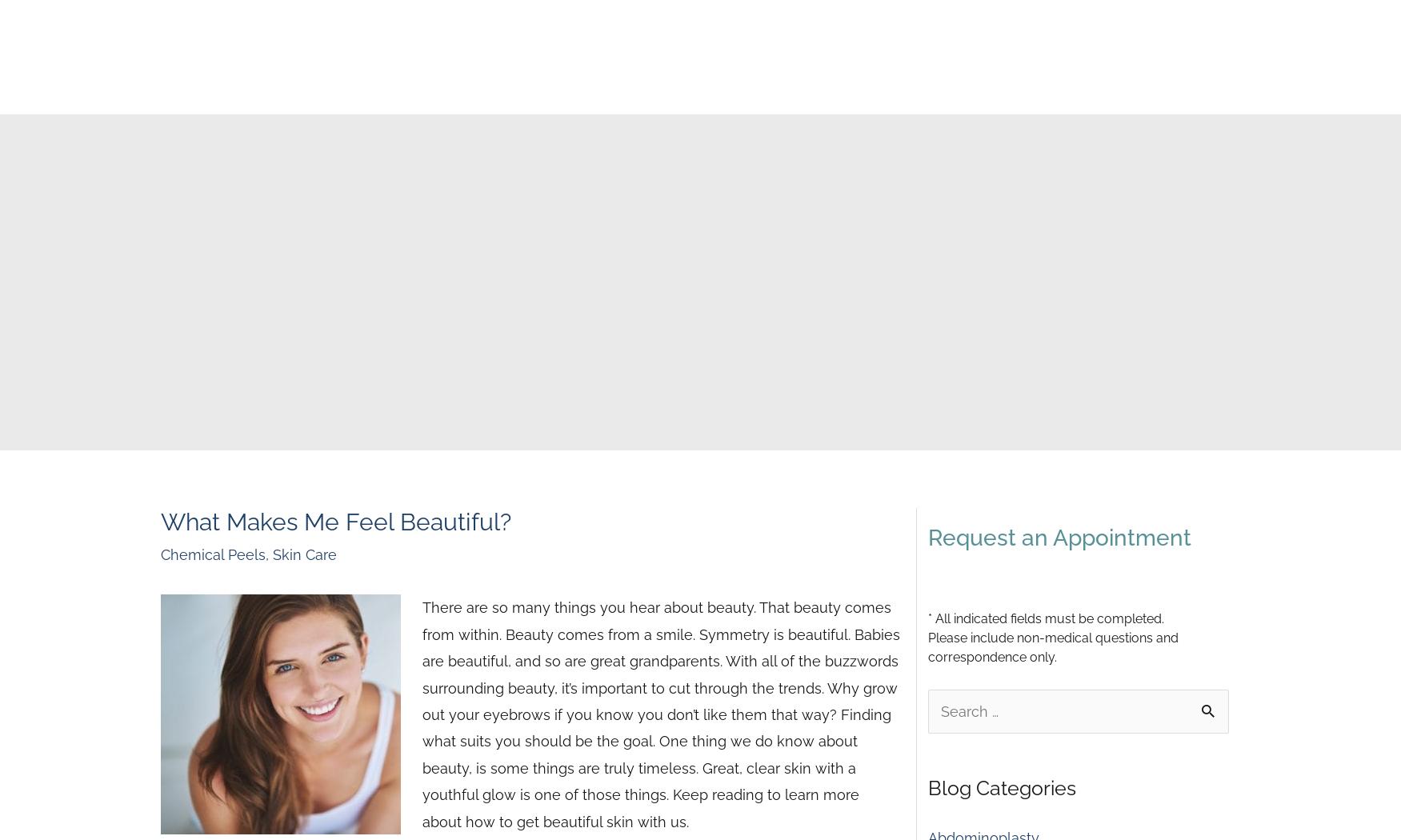  I want to click on 'October 2014', so click(972, 137).